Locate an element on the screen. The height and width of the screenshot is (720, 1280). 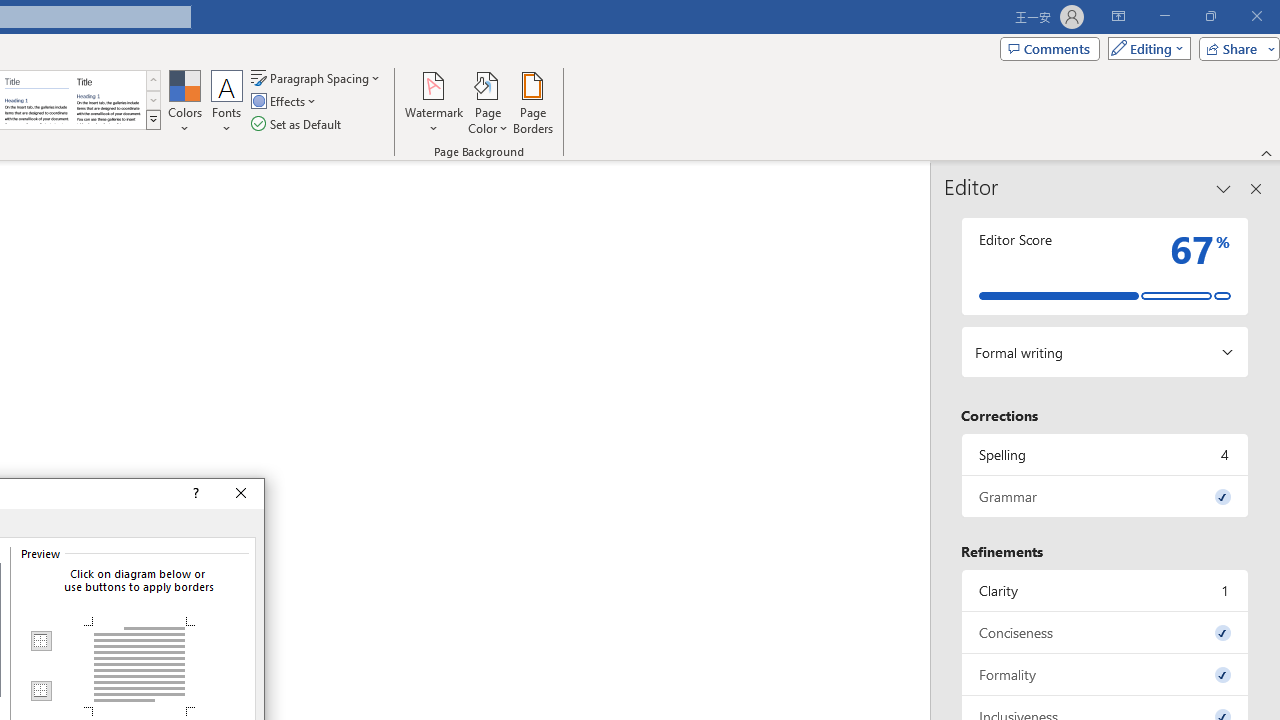
'Row Down' is located at coordinates (152, 100).